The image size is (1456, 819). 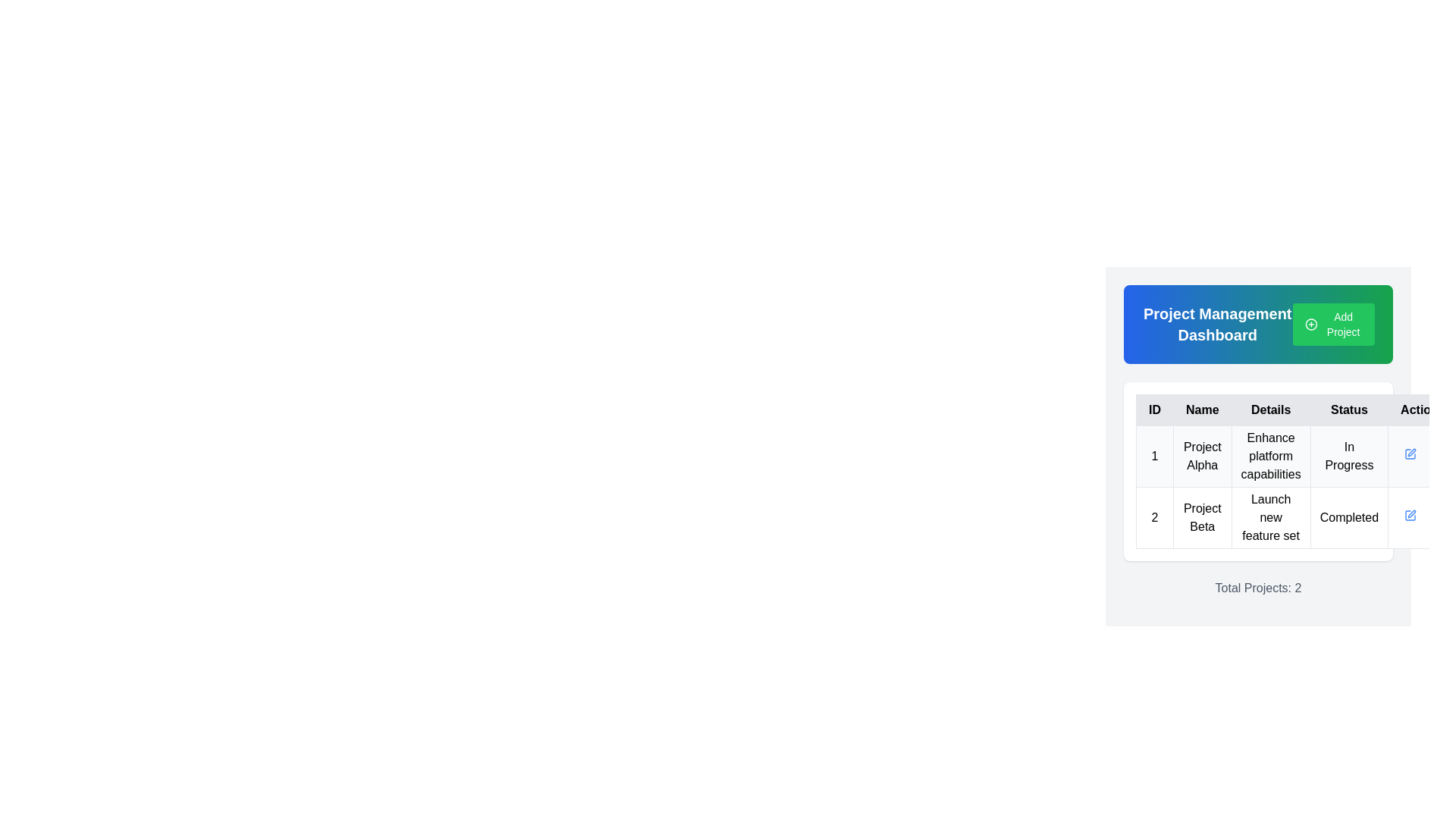 What do you see at coordinates (1258, 324) in the screenshot?
I see `the title text of the project management dashboard header located at the top of the interface, which includes a label and an actionable button` at bounding box center [1258, 324].